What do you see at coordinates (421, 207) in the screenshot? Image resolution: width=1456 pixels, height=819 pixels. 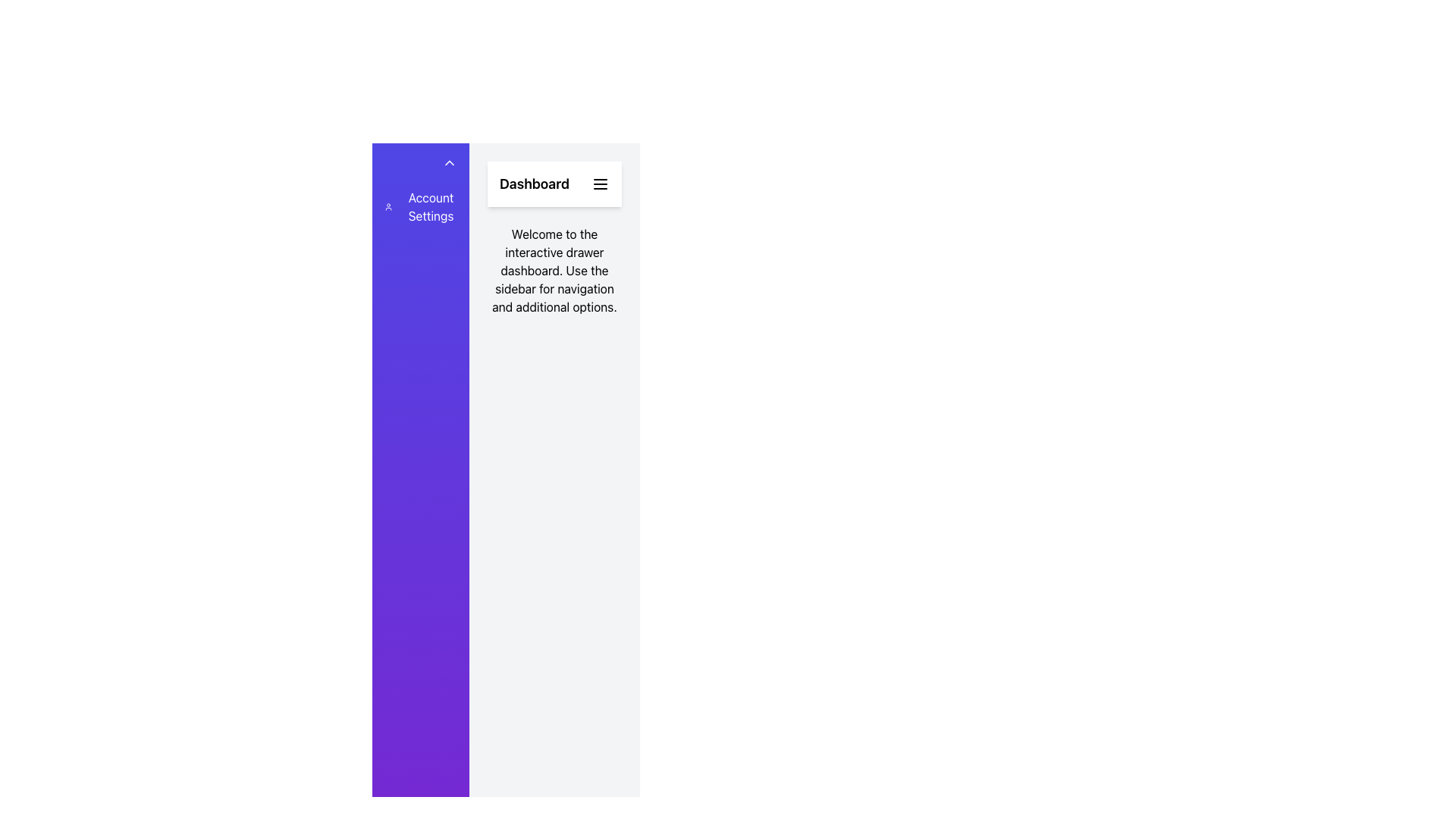 I see `the 'Account Settings' navigational button` at bounding box center [421, 207].